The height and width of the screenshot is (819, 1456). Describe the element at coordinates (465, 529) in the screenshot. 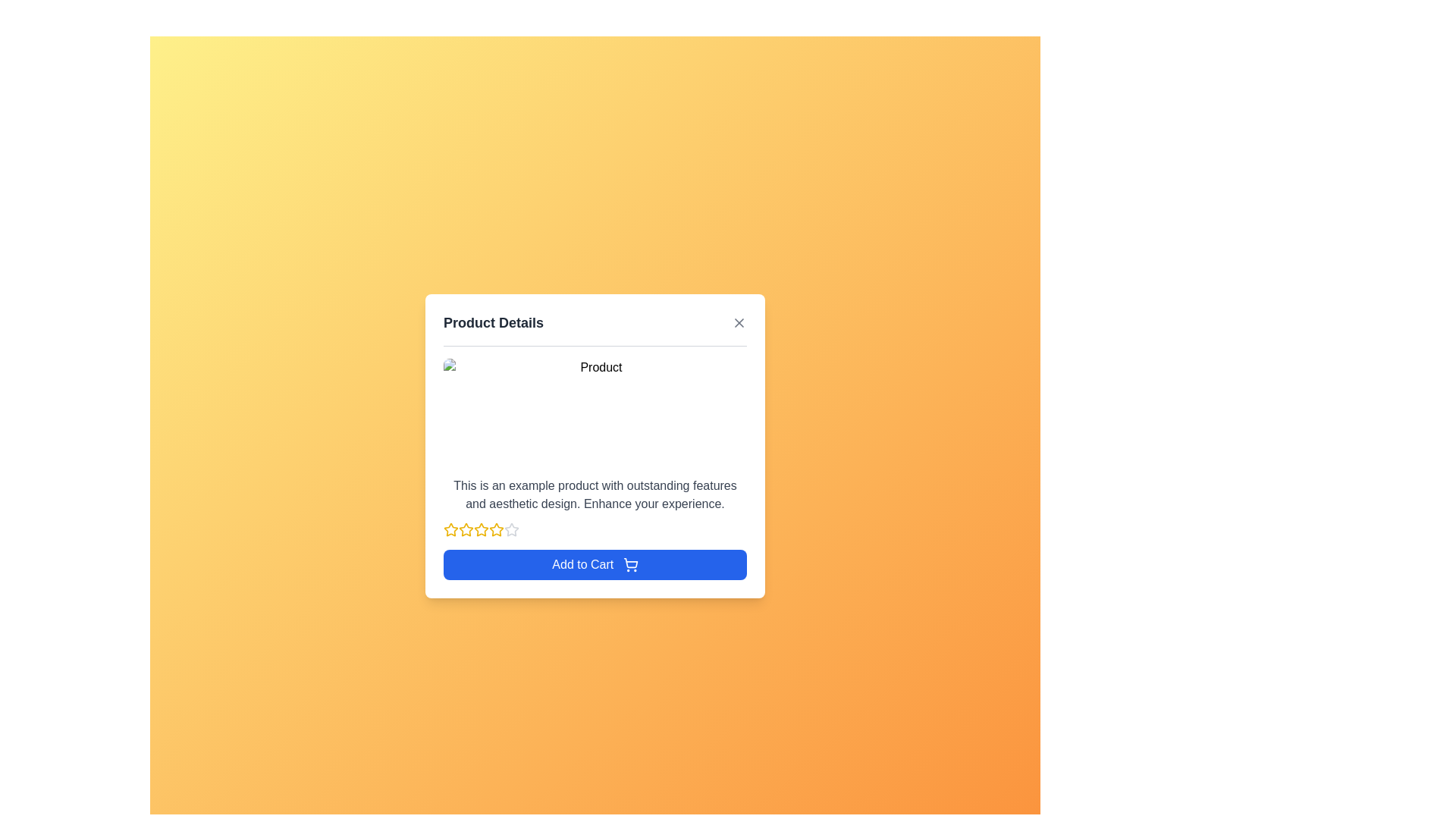

I see `the second star icon in the horizontal rating system, which is a yellow outlined star with a white center` at that location.